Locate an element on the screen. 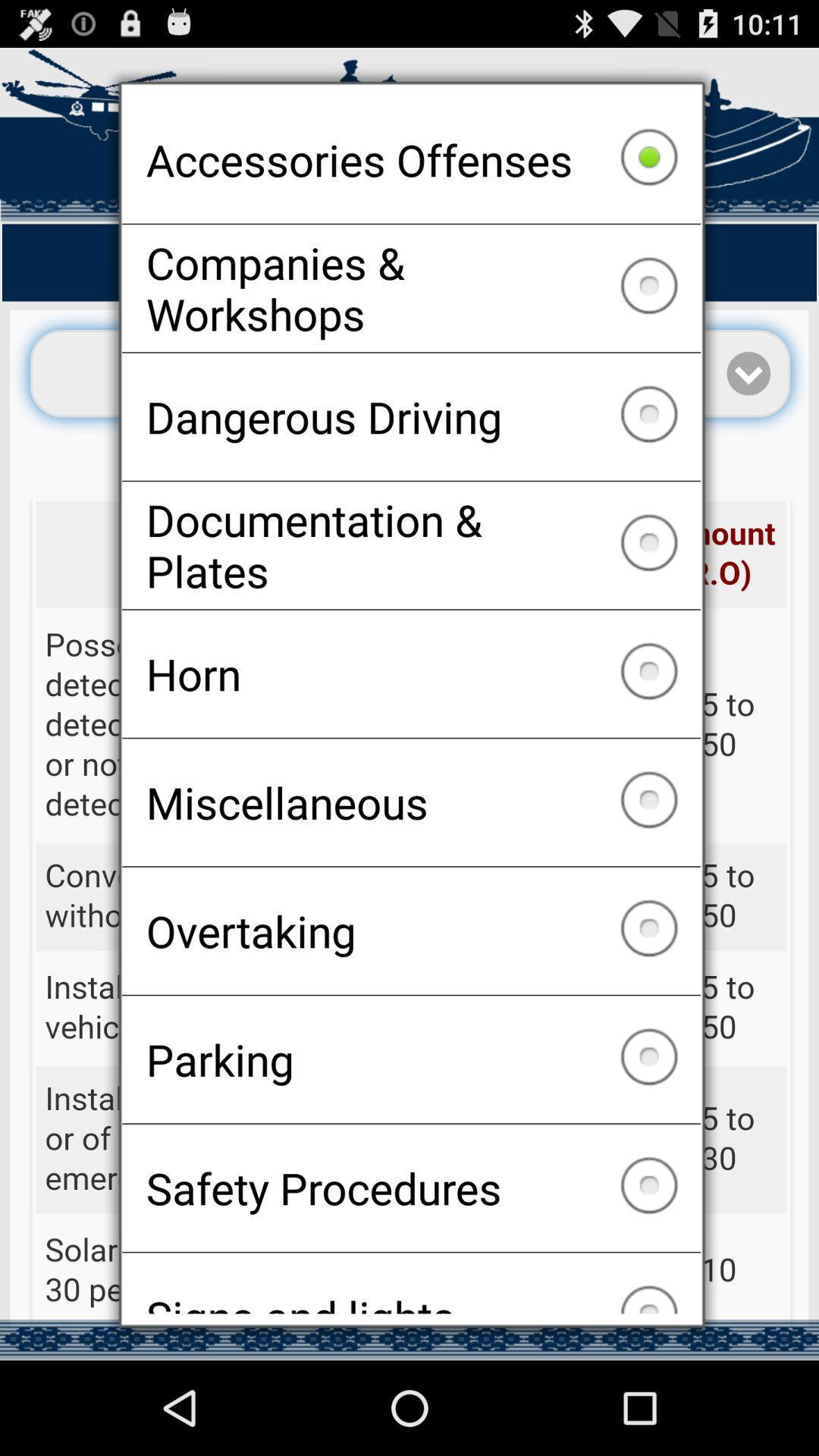 The width and height of the screenshot is (819, 1456). the item above the companies & workshops checkbox is located at coordinates (411, 159).